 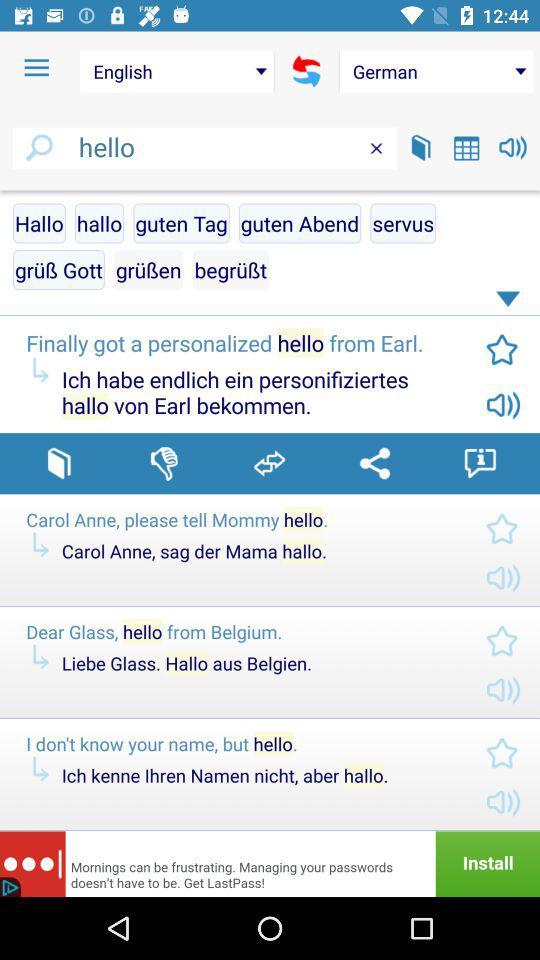 What do you see at coordinates (376, 147) in the screenshot?
I see `the item above guten abend` at bounding box center [376, 147].